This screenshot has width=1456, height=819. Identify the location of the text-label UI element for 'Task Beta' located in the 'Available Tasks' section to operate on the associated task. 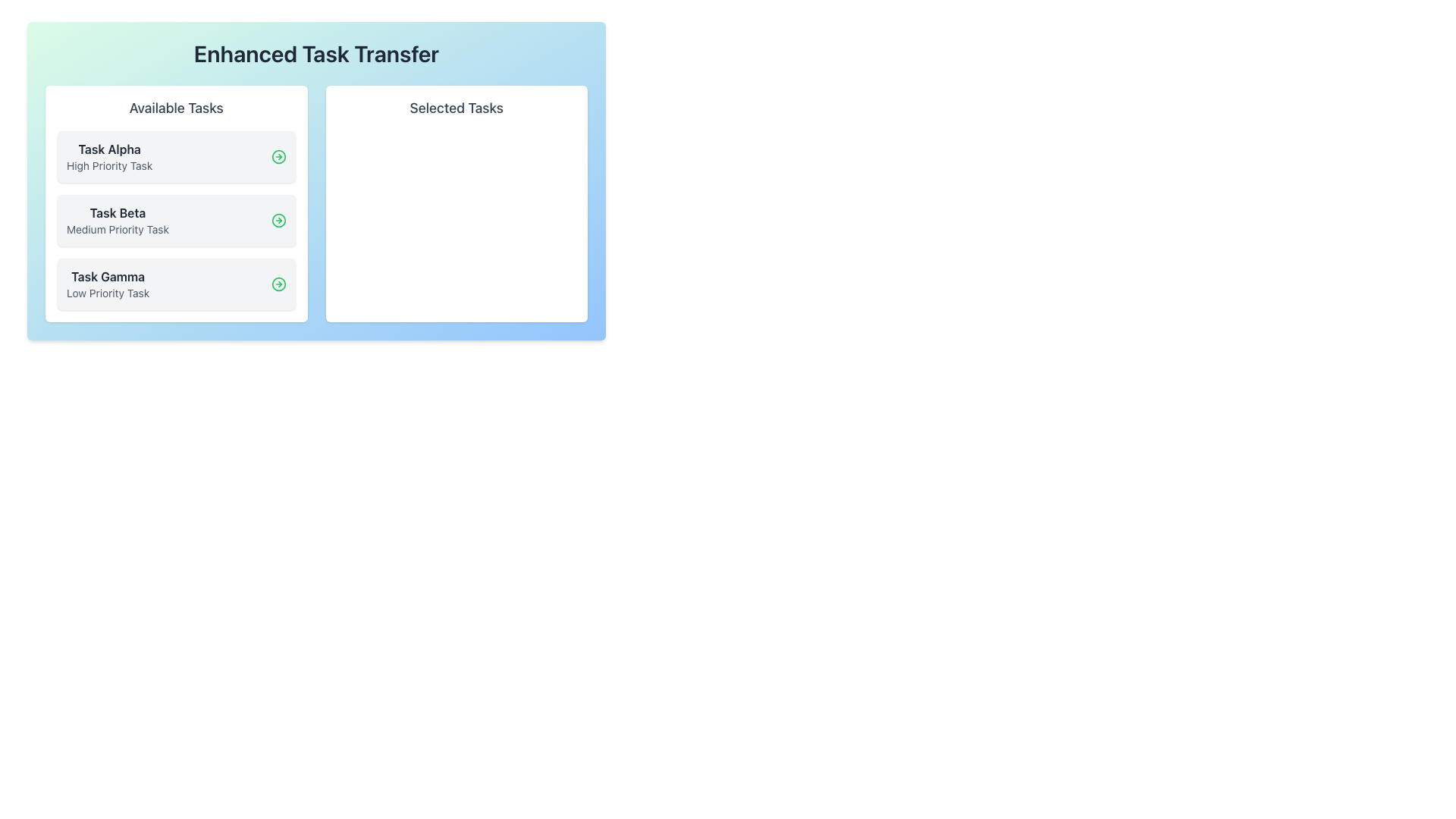
(117, 220).